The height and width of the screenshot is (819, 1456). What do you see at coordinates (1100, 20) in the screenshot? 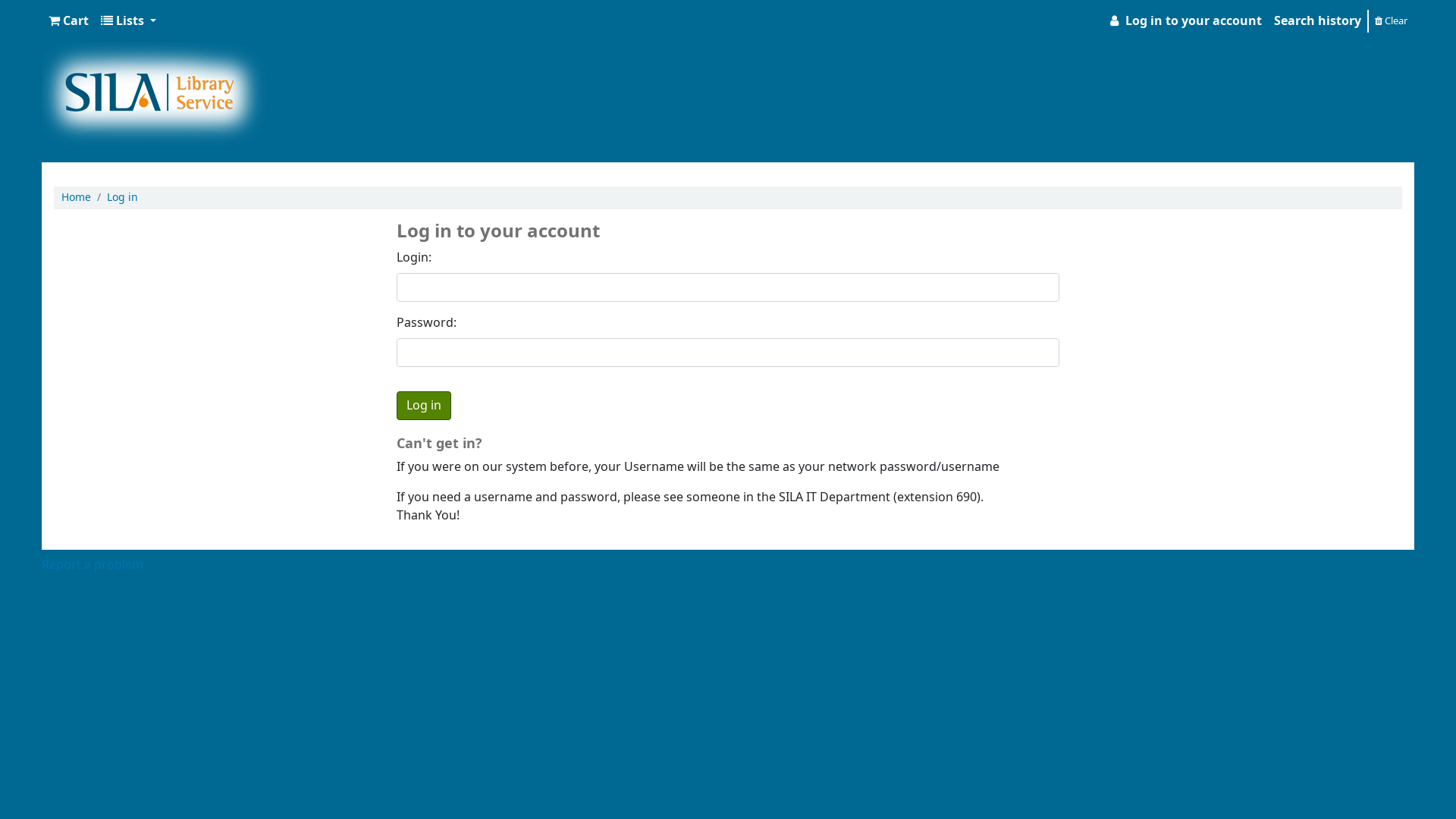
I see `'Log in to your account'` at bounding box center [1100, 20].